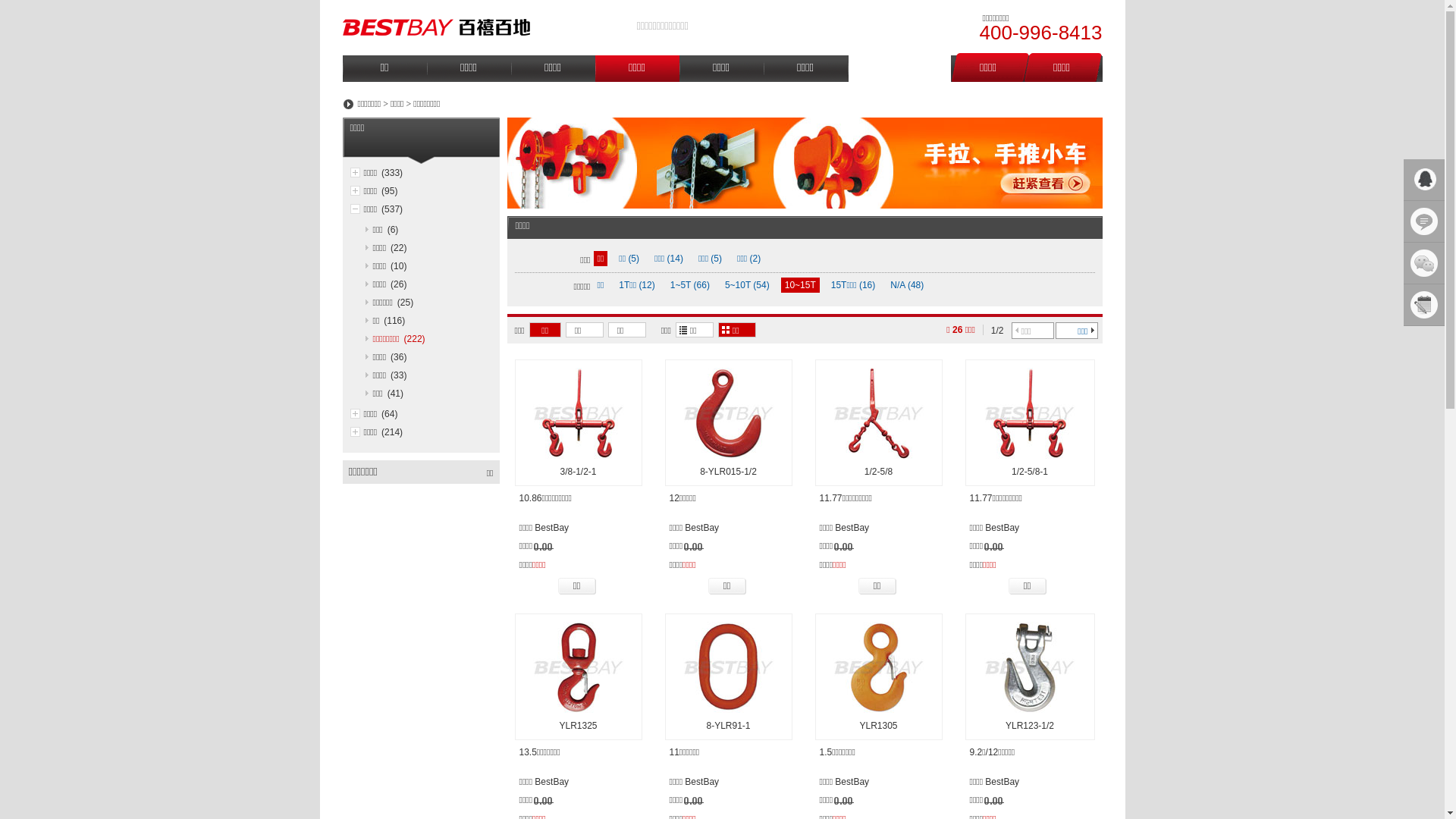 The width and height of the screenshot is (1456, 819). Describe the element at coordinates (666, 284) in the screenshot. I see `'1~5T (66)'` at that location.